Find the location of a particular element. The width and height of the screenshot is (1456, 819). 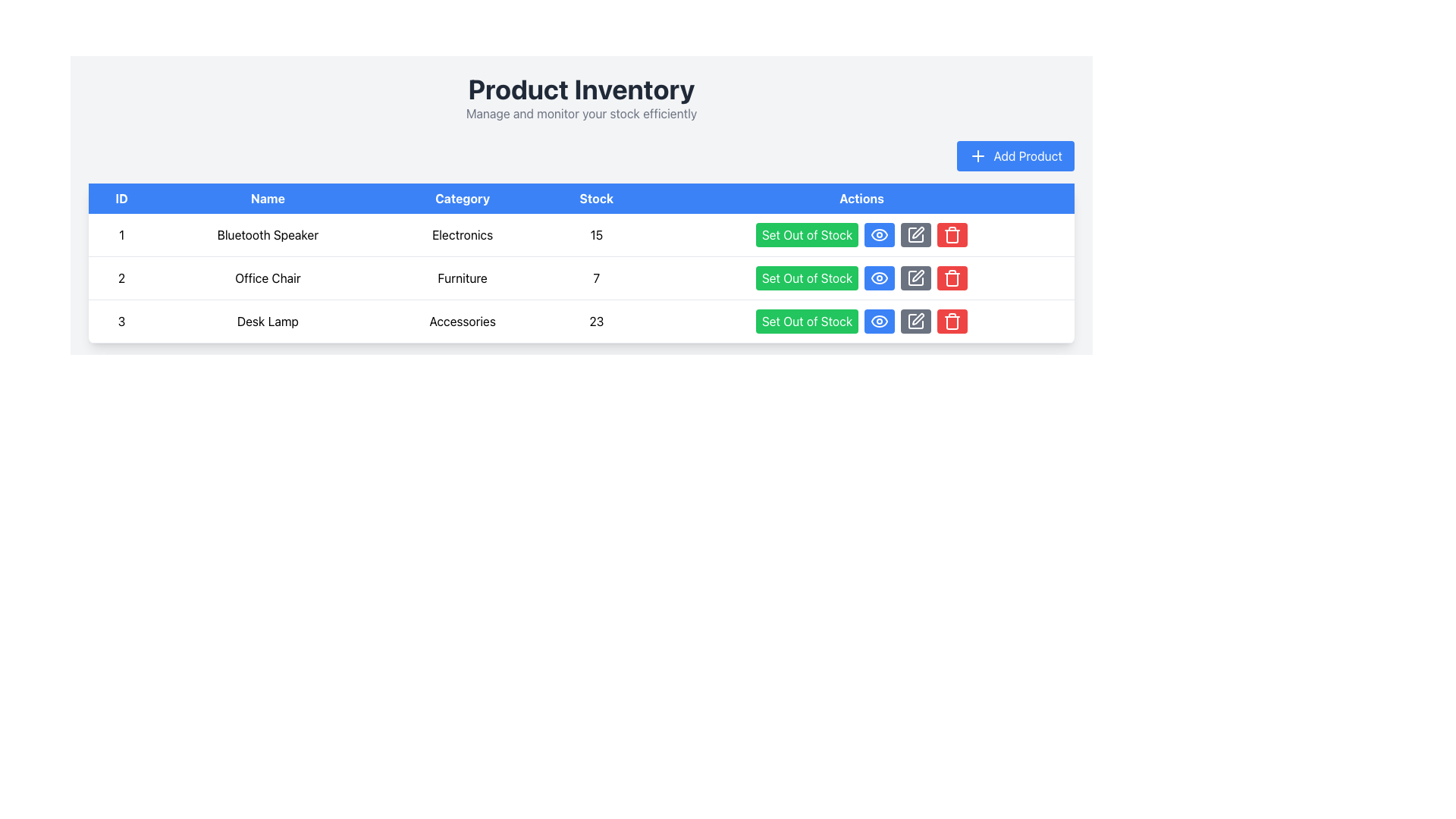

the Text Label indicating the category of the product in the third row under the 'Category' column, positioned between 'Desk Lamp' and '23' is located at coordinates (462, 321).